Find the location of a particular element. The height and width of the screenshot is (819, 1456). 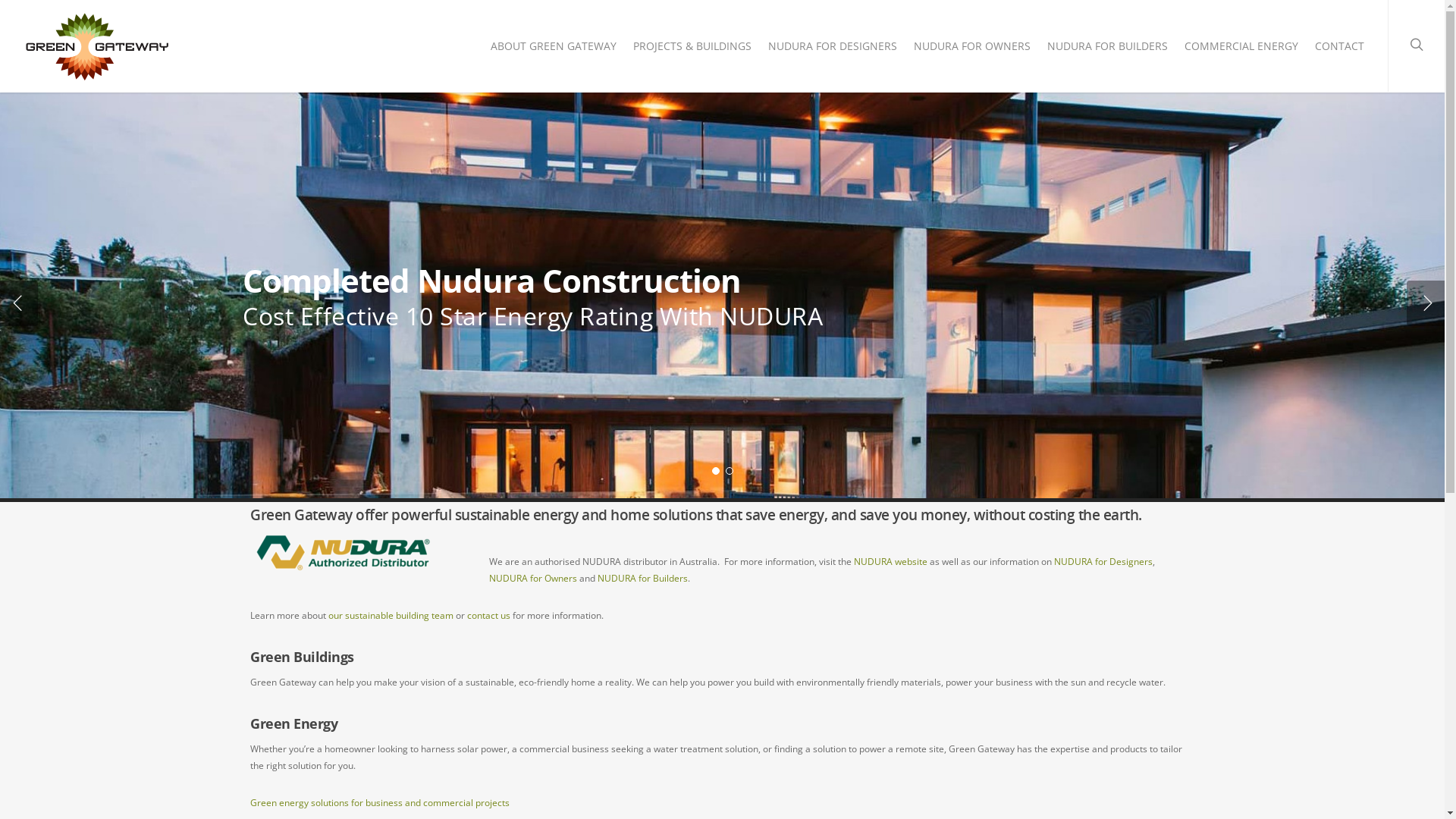

'NUDURA for Owners' is located at coordinates (532, 578).